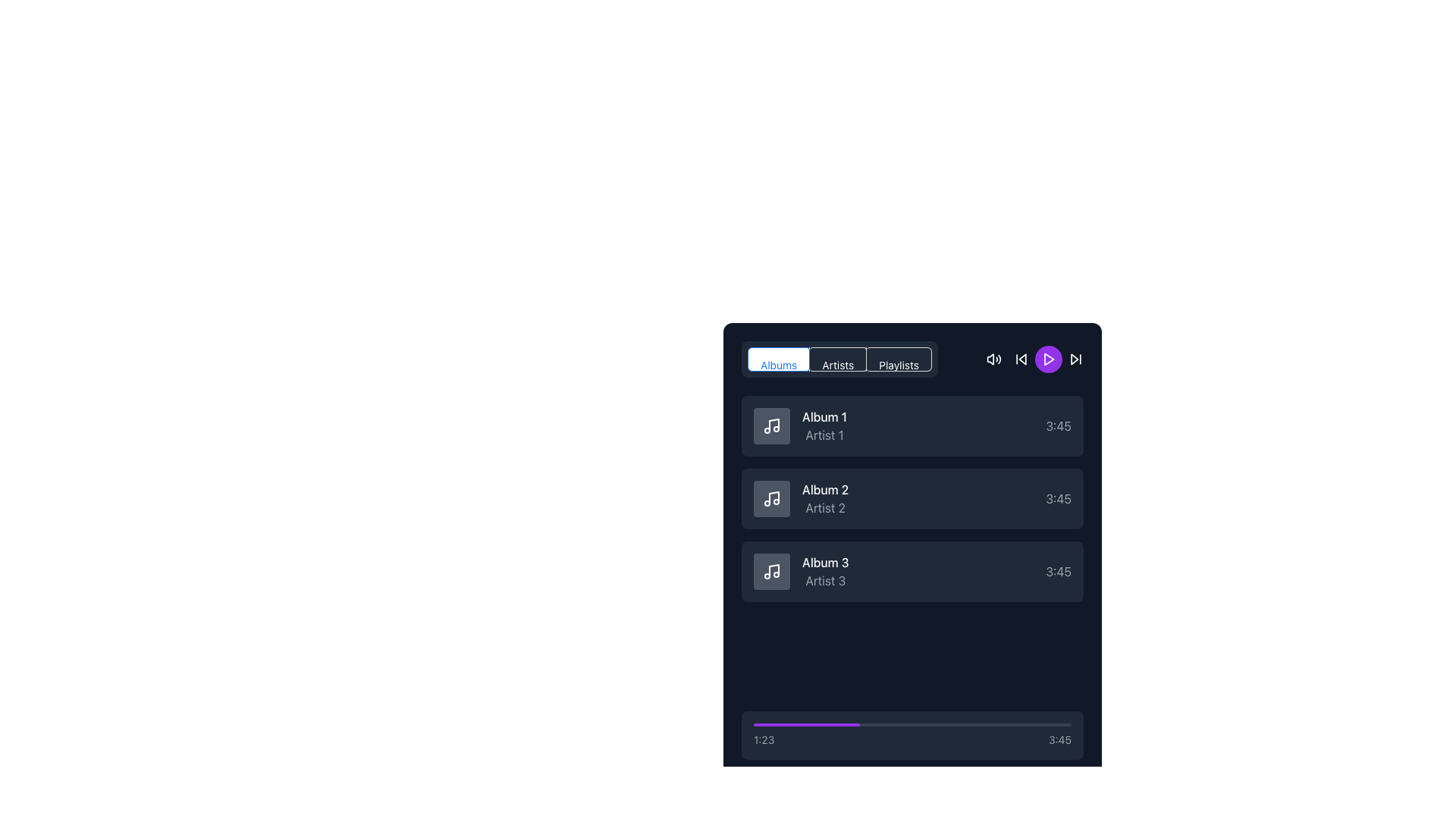 This screenshot has width=1456, height=819. What do you see at coordinates (796, 724) in the screenshot?
I see `playback position` at bounding box center [796, 724].